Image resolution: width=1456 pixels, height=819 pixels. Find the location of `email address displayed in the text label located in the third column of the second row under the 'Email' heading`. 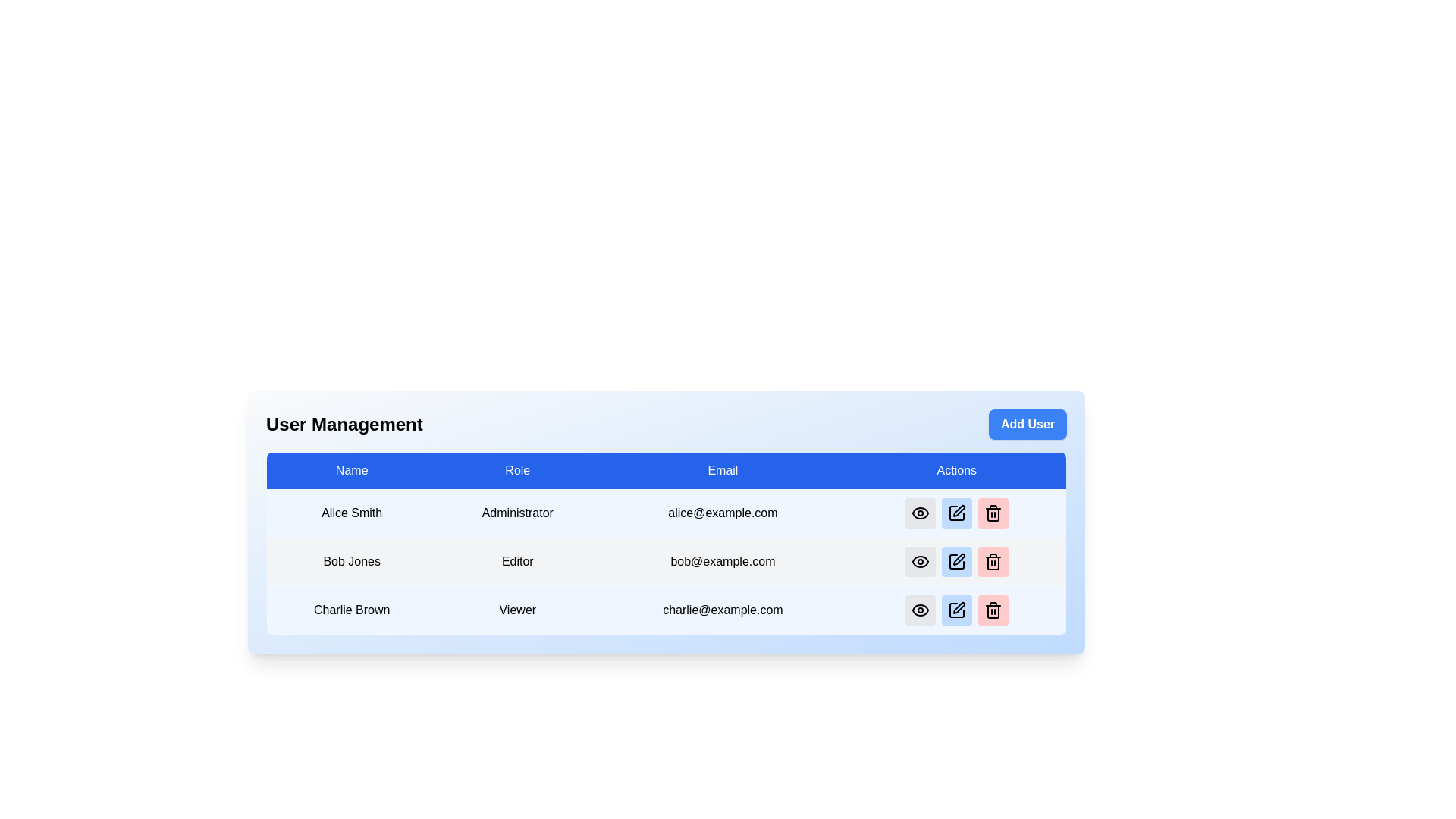

email address displayed in the text label located in the third column of the second row under the 'Email' heading is located at coordinates (722, 561).